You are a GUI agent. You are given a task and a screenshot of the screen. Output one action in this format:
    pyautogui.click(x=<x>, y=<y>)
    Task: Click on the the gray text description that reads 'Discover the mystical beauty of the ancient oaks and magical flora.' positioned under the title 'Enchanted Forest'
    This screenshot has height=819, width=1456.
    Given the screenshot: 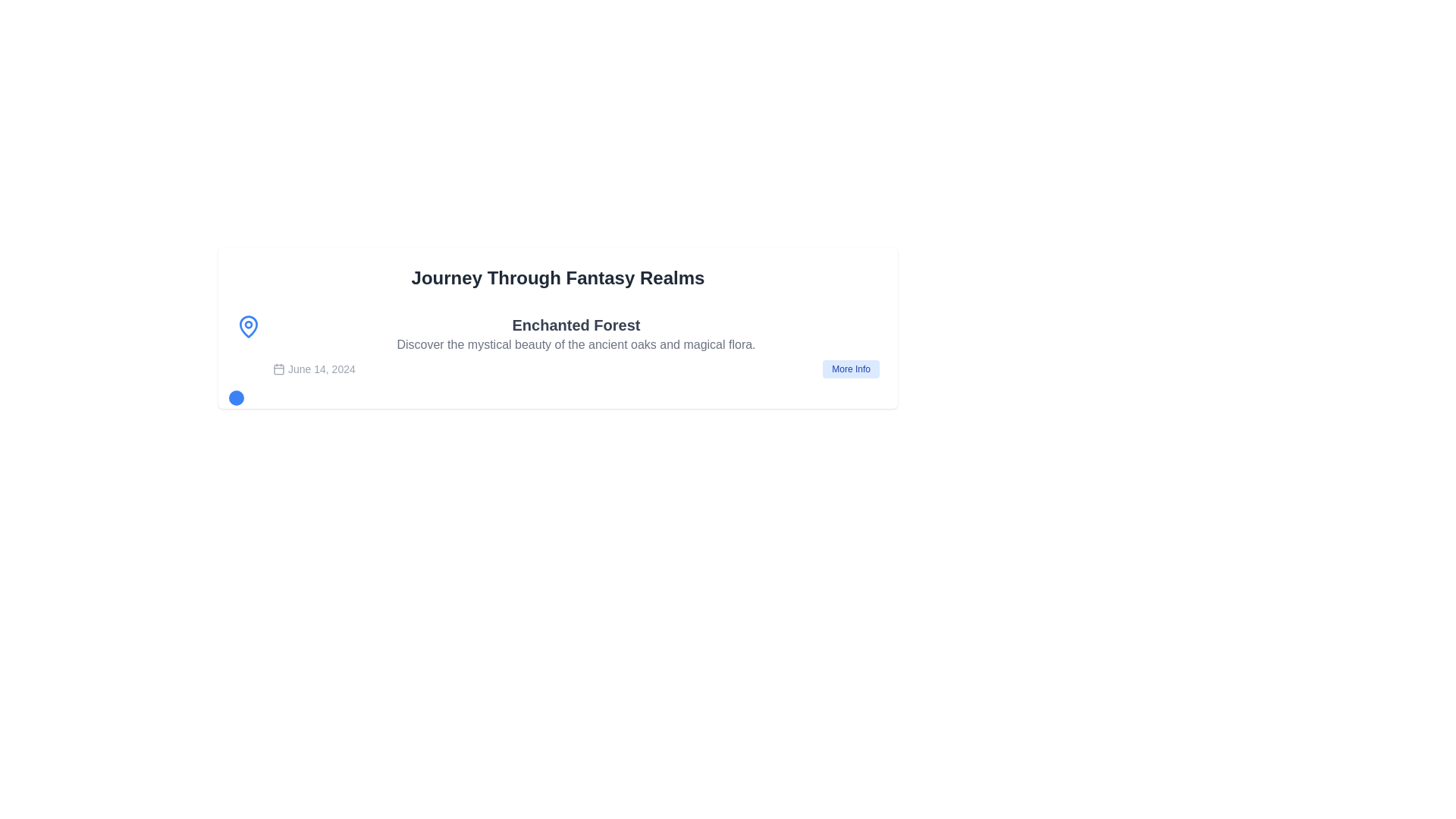 What is the action you would take?
    pyautogui.click(x=575, y=345)
    